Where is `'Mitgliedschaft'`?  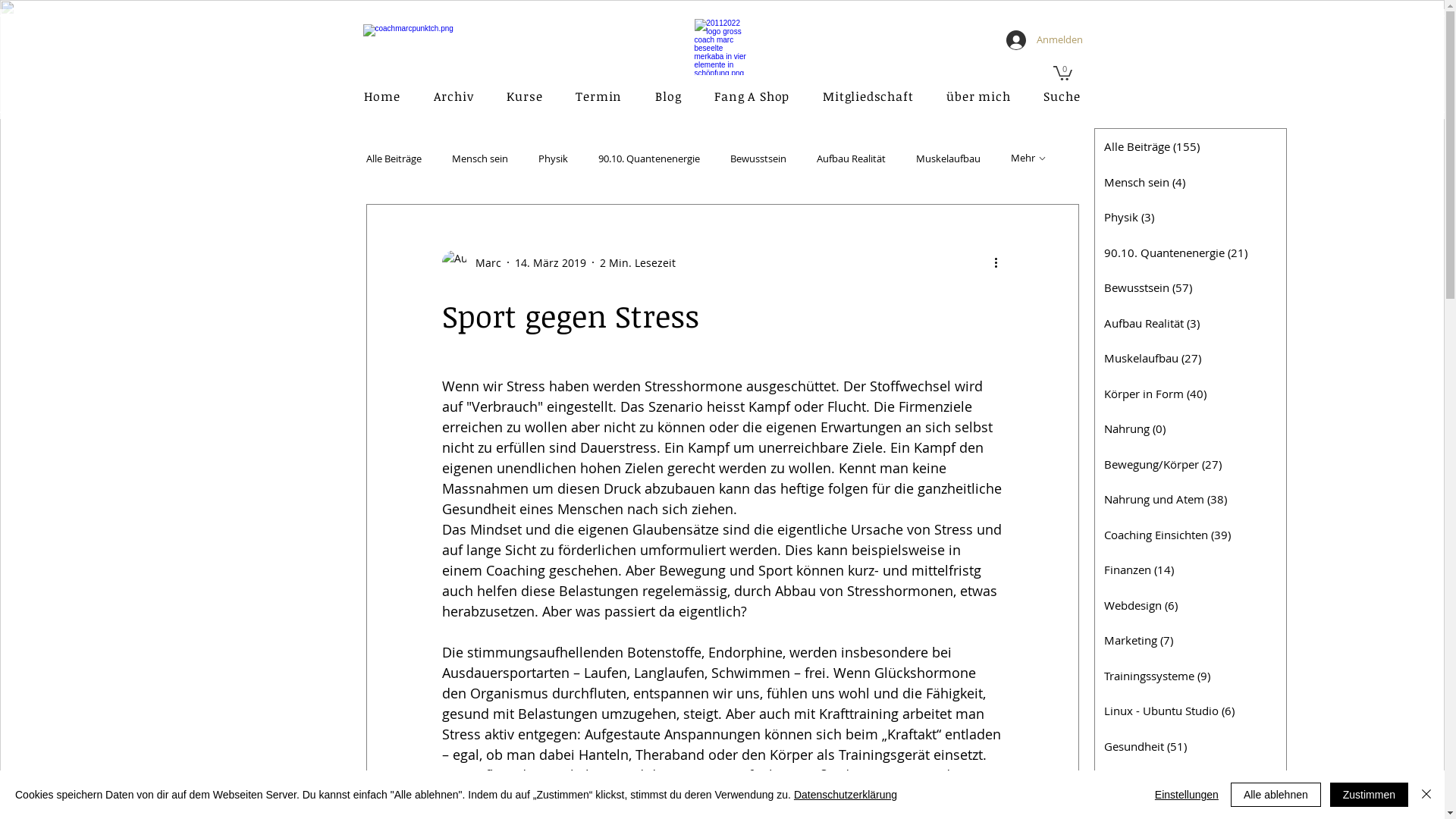
'Mitgliedschaft' is located at coordinates (808, 96).